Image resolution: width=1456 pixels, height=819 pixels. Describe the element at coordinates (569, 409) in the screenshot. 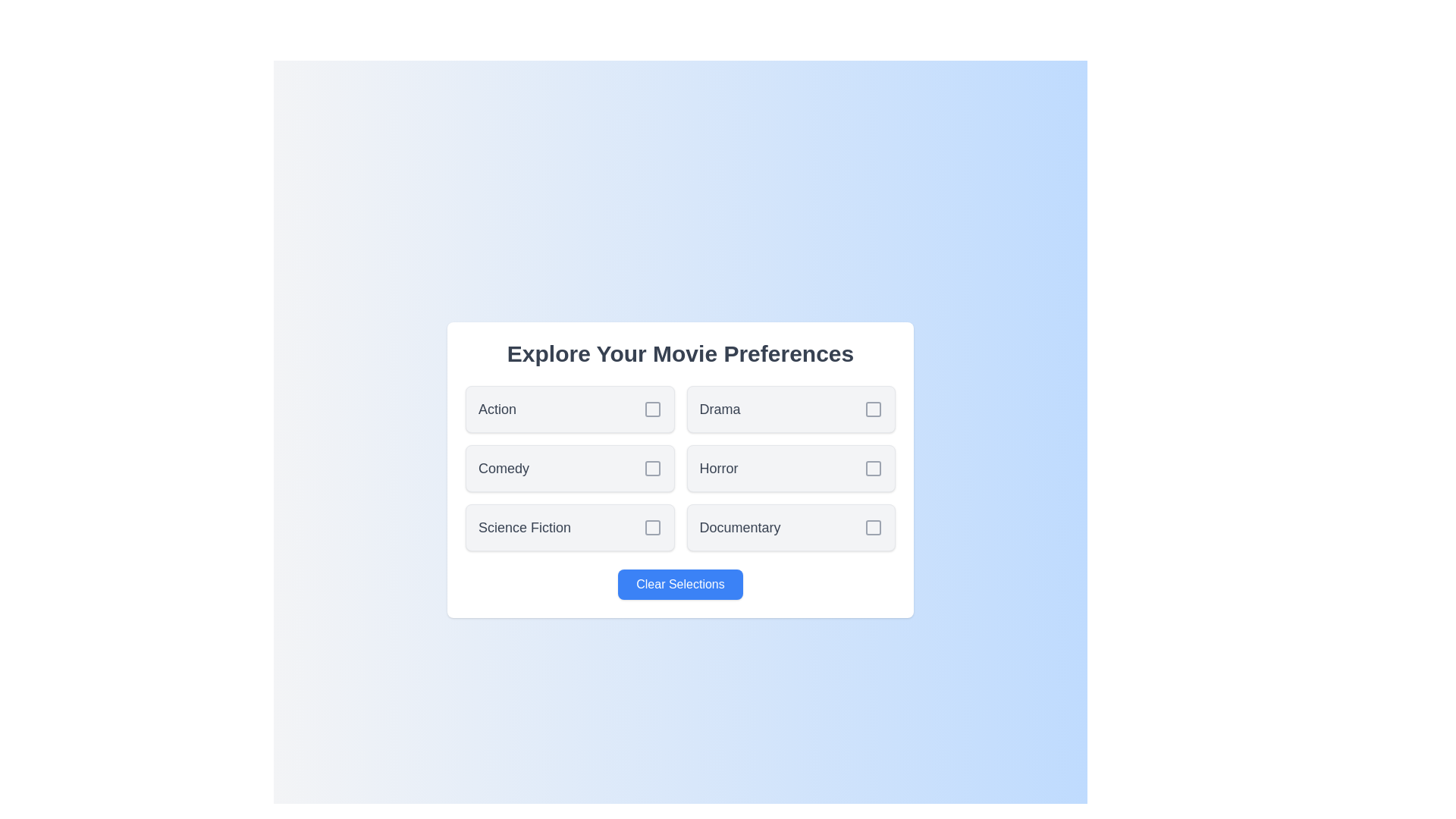

I see `the genre Action` at that location.